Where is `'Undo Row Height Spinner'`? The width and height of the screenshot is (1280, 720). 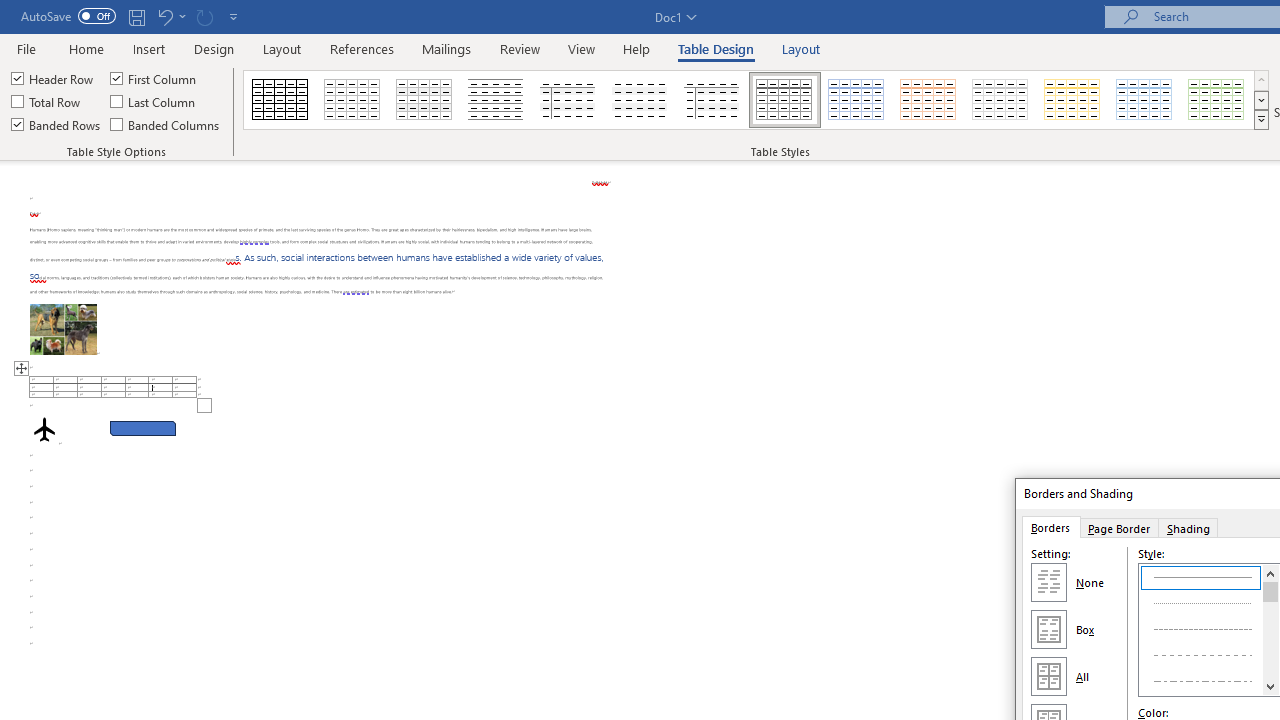 'Undo Row Height Spinner' is located at coordinates (164, 16).